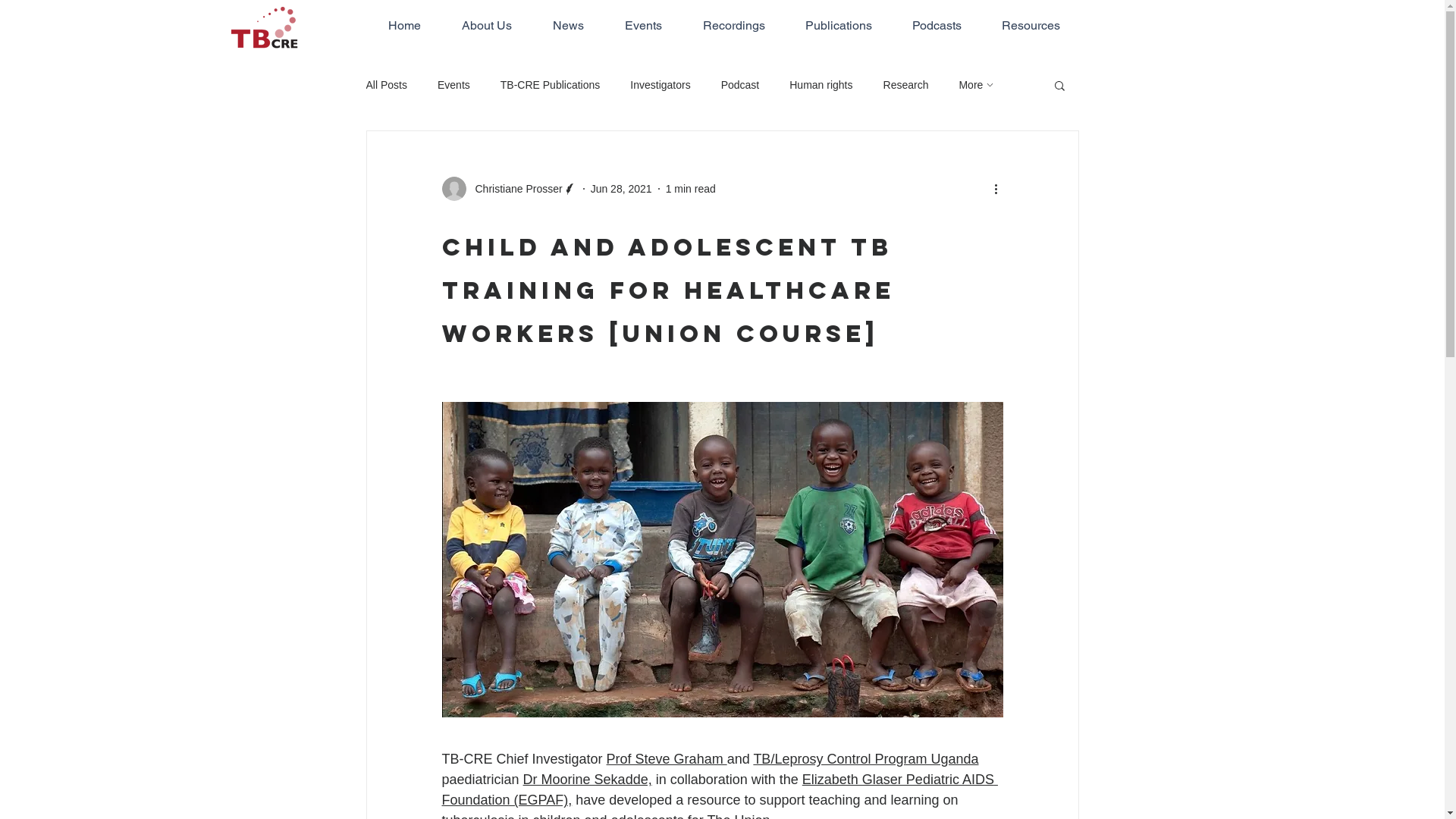  I want to click on 'Events', so click(453, 84).